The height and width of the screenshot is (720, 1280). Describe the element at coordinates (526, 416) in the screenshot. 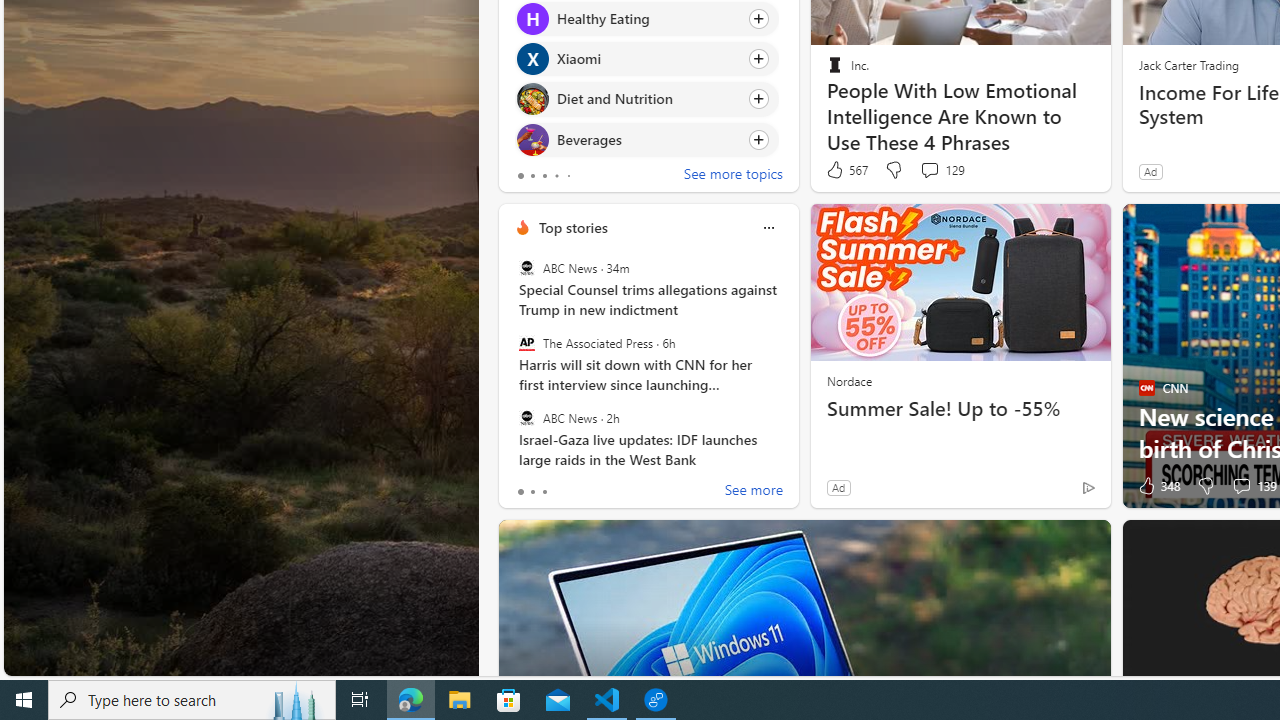

I see `'ABC News'` at that location.